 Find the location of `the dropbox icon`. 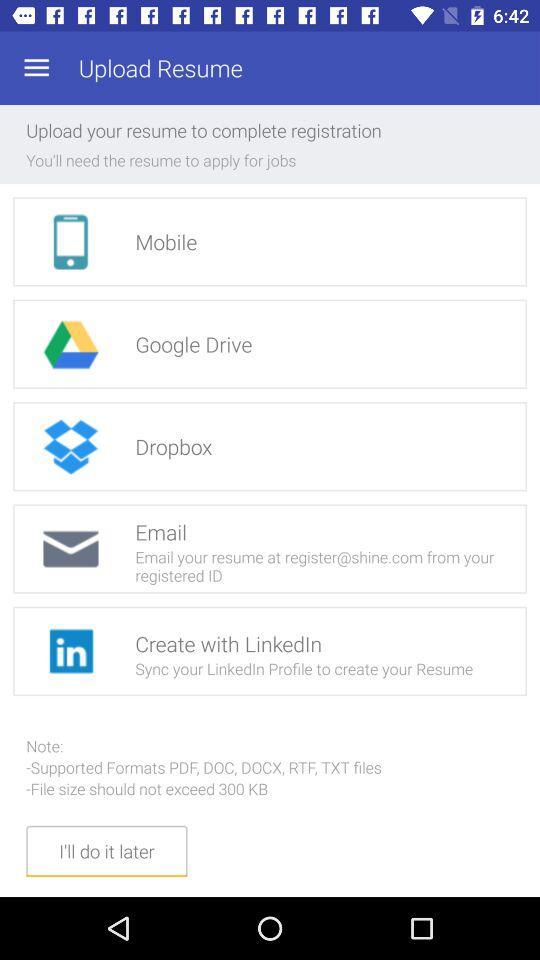

the dropbox icon is located at coordinates (69, 446).